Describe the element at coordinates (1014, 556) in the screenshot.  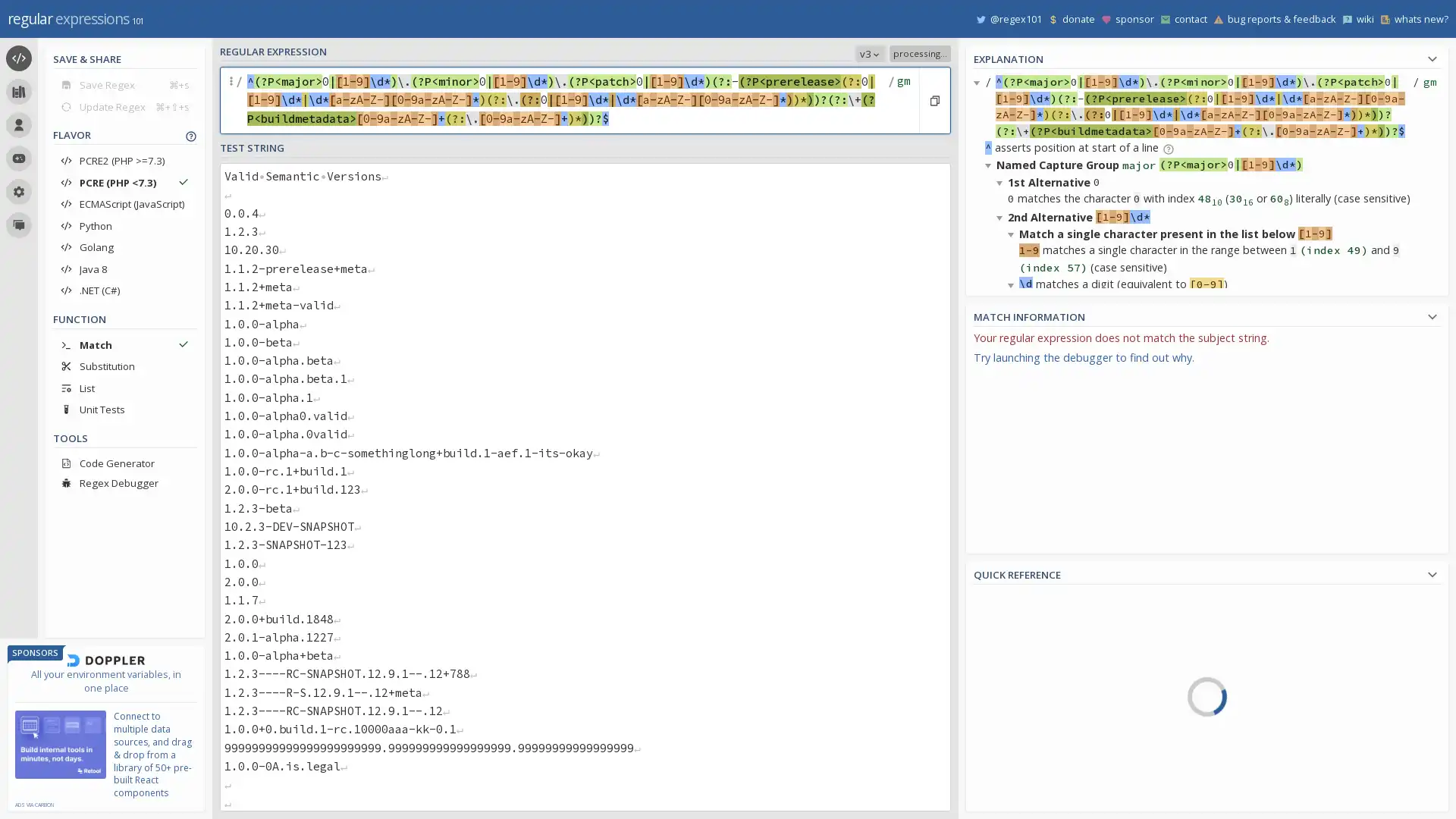
I see `Group patch` at that location.